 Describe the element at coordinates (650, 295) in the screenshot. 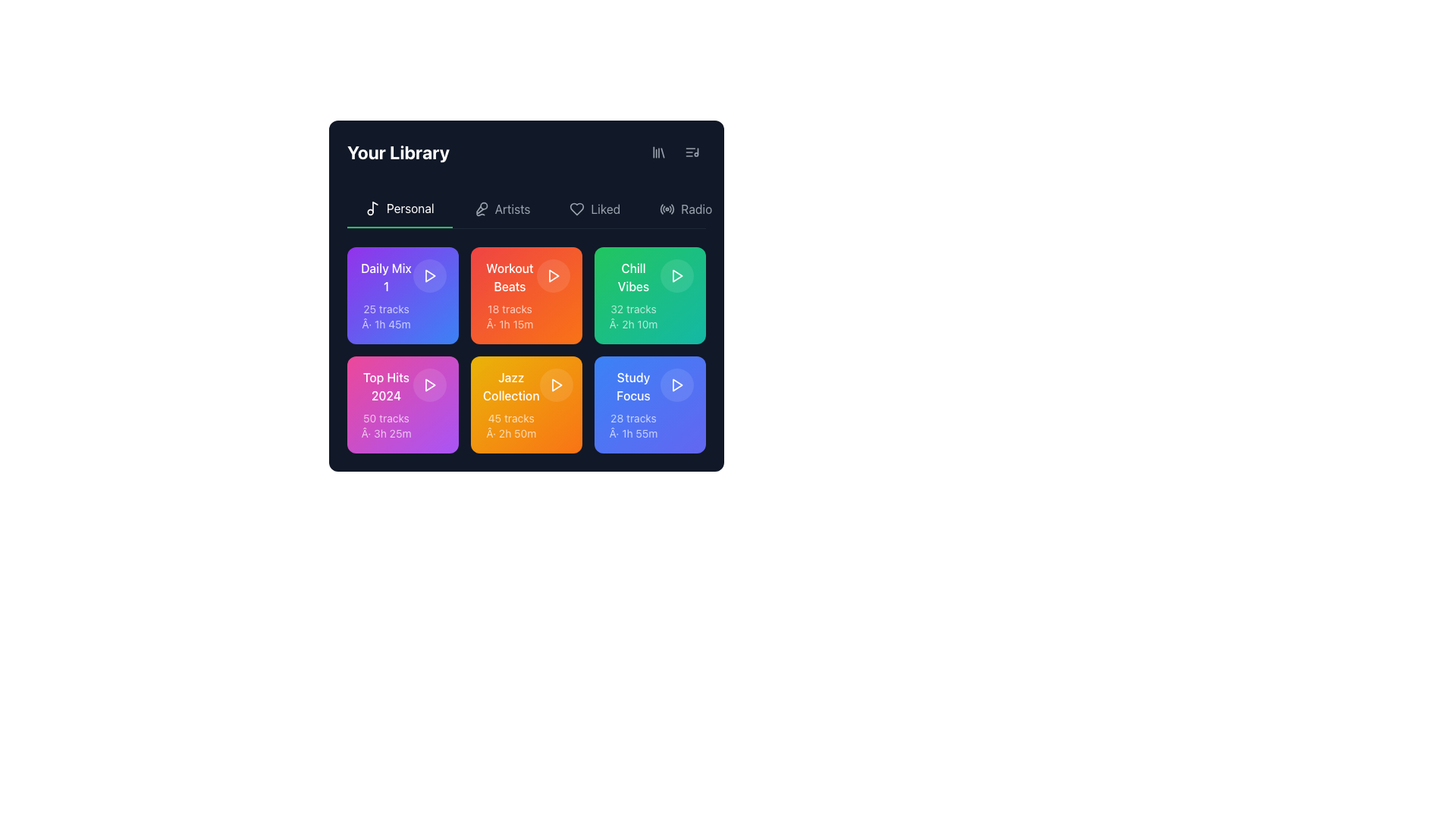

I see `the circular white play button located in the top-right corner of the 'Chill Vibes' informational tile` at that location.